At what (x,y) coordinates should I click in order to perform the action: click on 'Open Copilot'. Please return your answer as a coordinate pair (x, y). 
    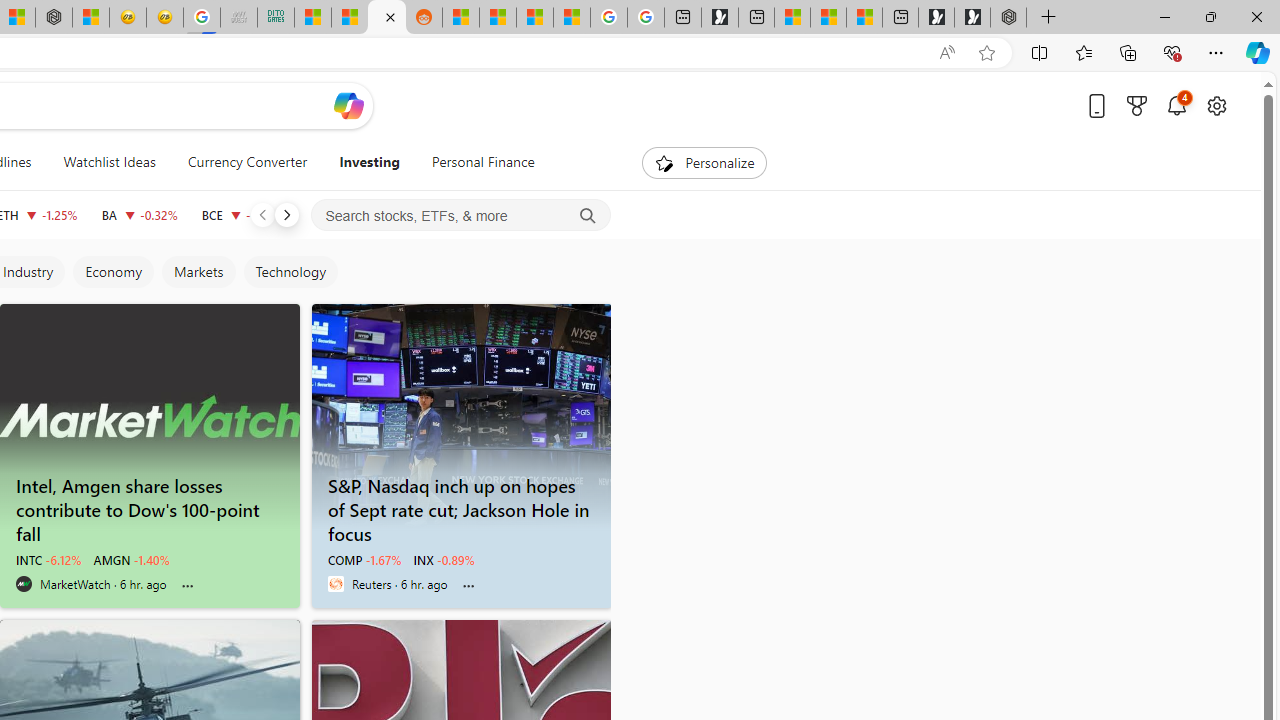
    Looking at the image, I should click on (348, 105).